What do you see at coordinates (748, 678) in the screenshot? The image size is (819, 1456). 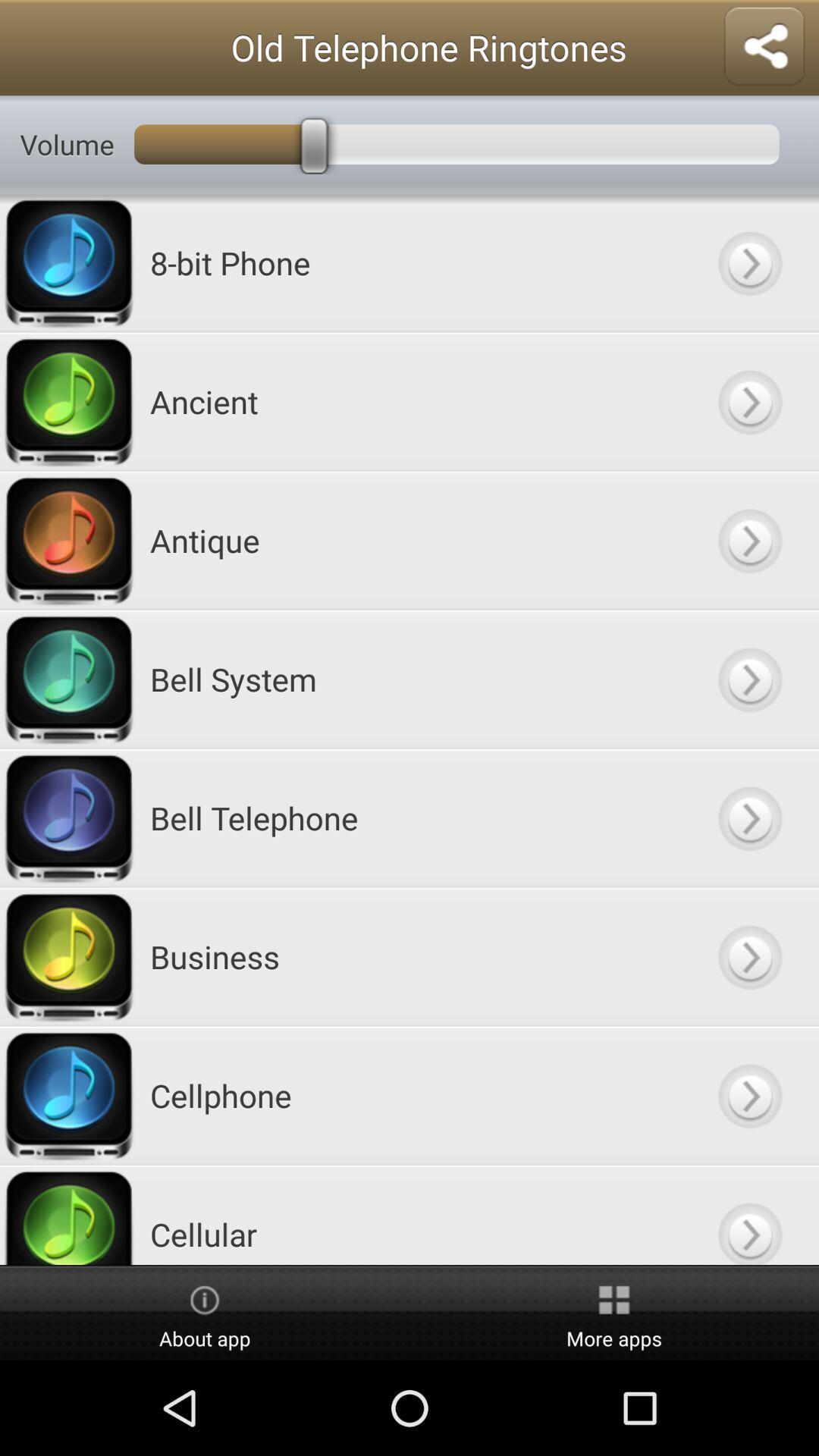 I see `open button` at bounding box center [748, 678].